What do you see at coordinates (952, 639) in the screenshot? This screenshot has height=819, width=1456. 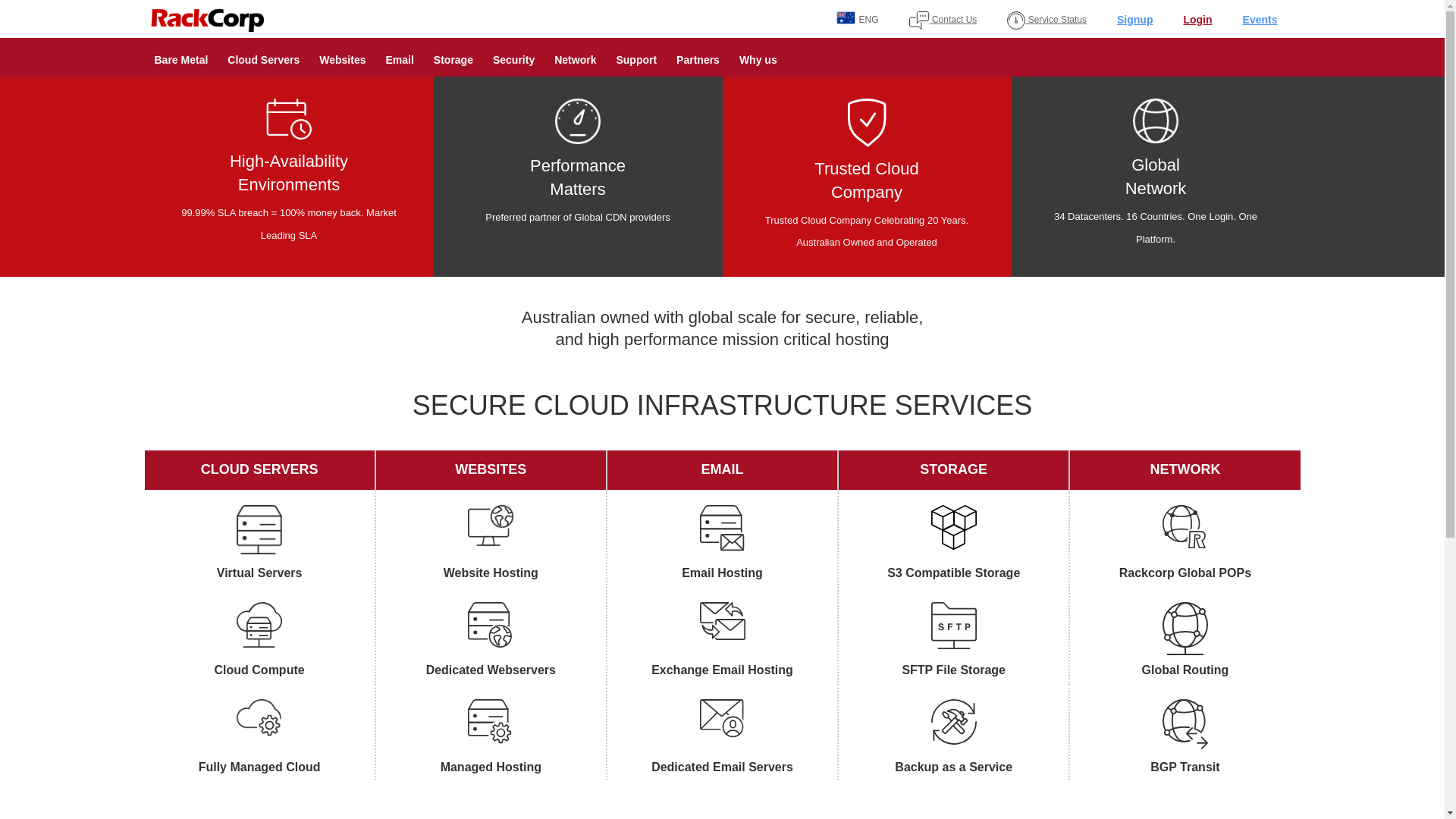 I see `'SFTP File Storage'` at bounding box center [952, 639].